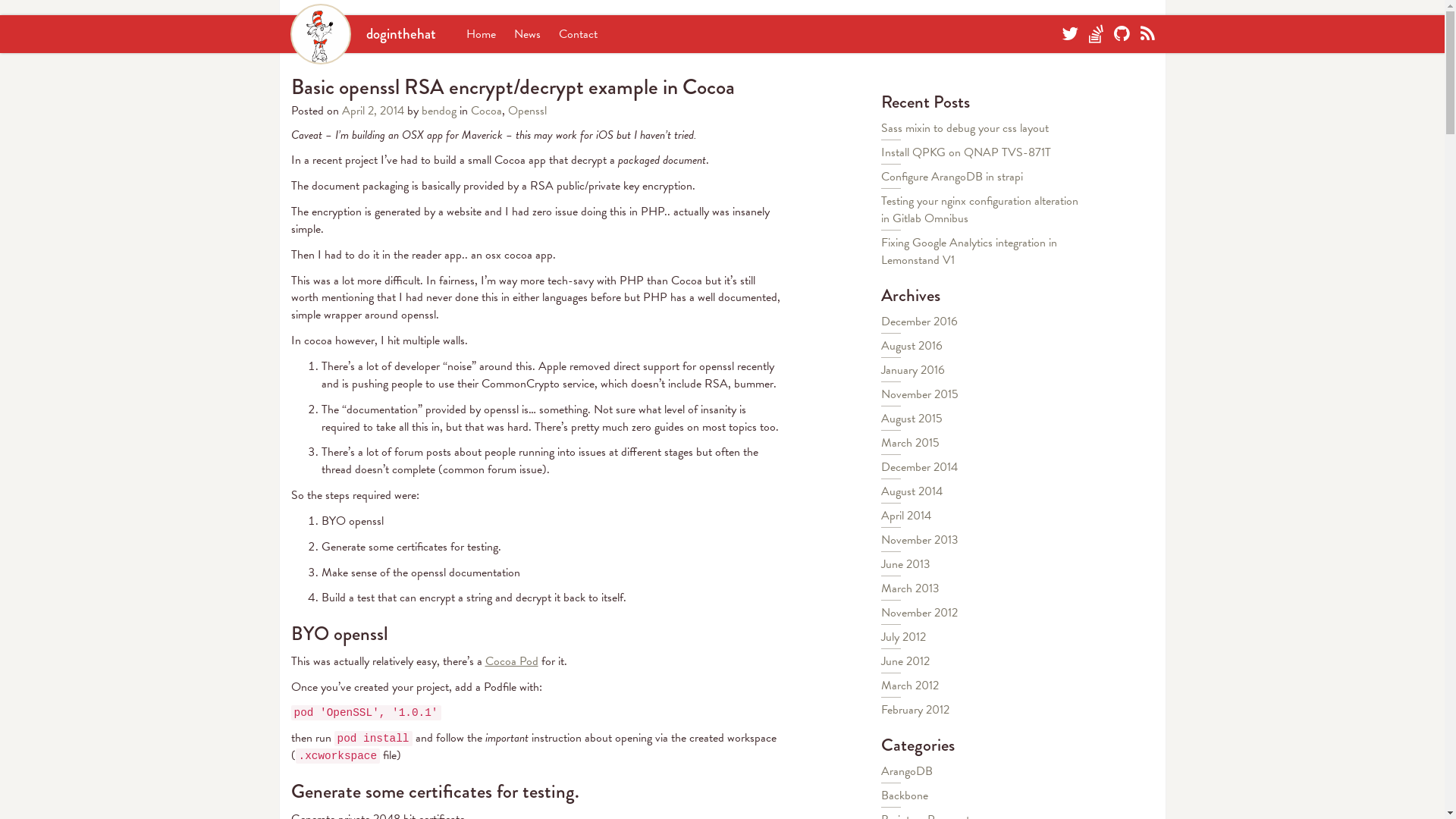  What do you see at coordinates (906, 771) in the screenshot?
I see `'ArangoDB'` at bounding box center [906, 771].